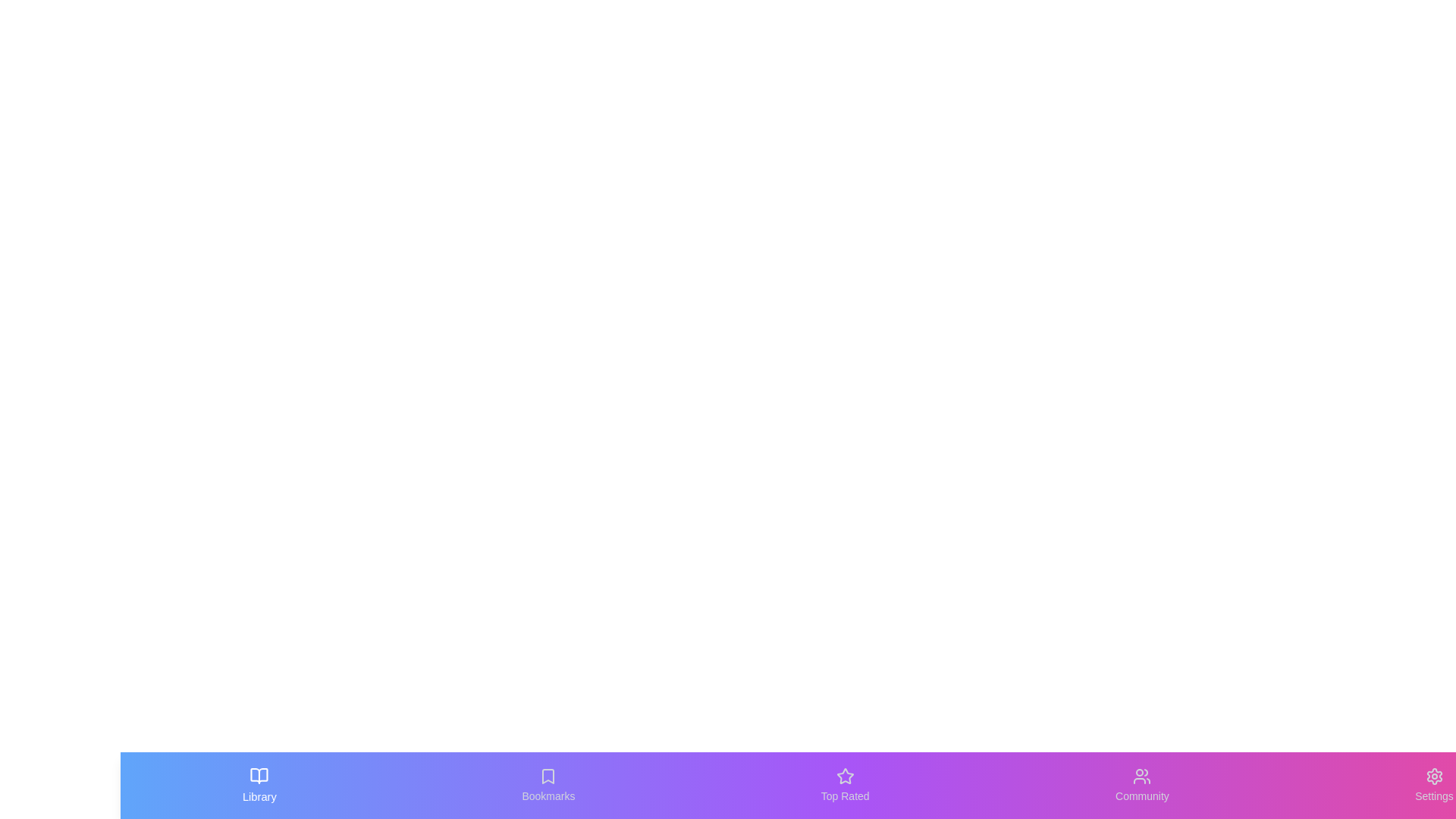  I want to click on the Community tab by clicking its button, so click(1142, 785).